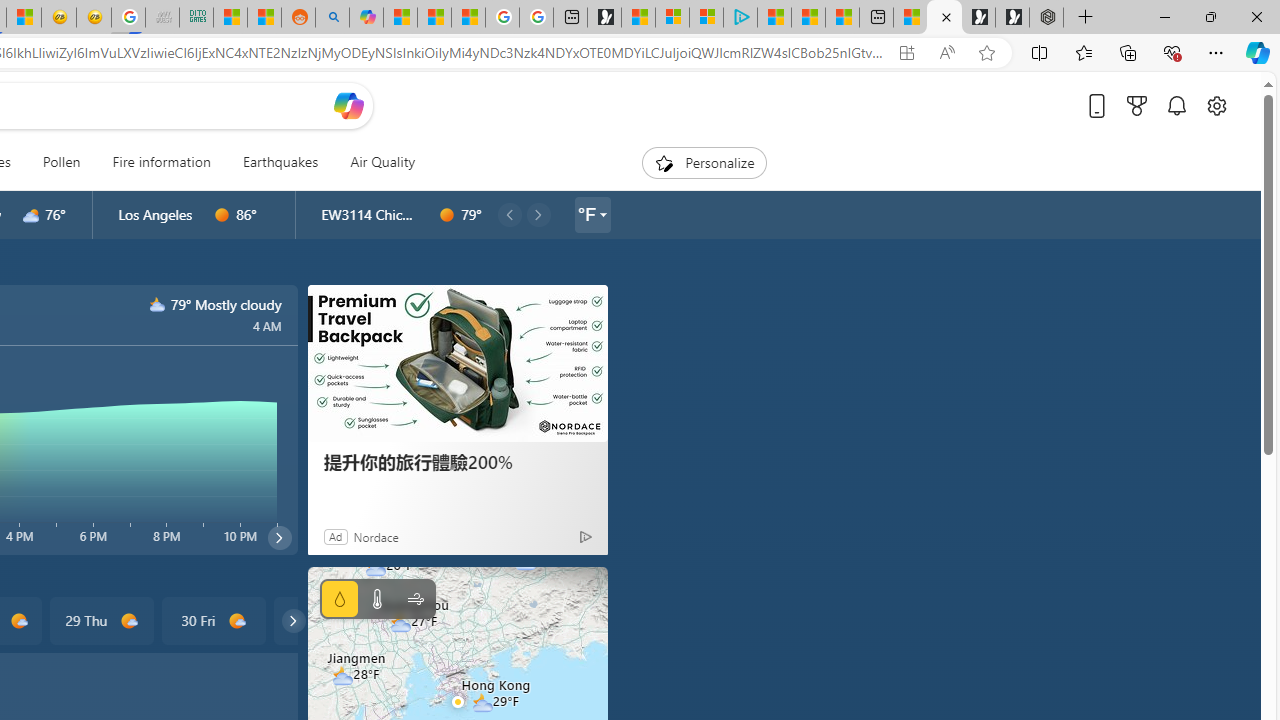  What do you see at coordinates (325, 620) in the screenshot?
I see `'31 Sat d1000'` at bounding box center [325, 620].